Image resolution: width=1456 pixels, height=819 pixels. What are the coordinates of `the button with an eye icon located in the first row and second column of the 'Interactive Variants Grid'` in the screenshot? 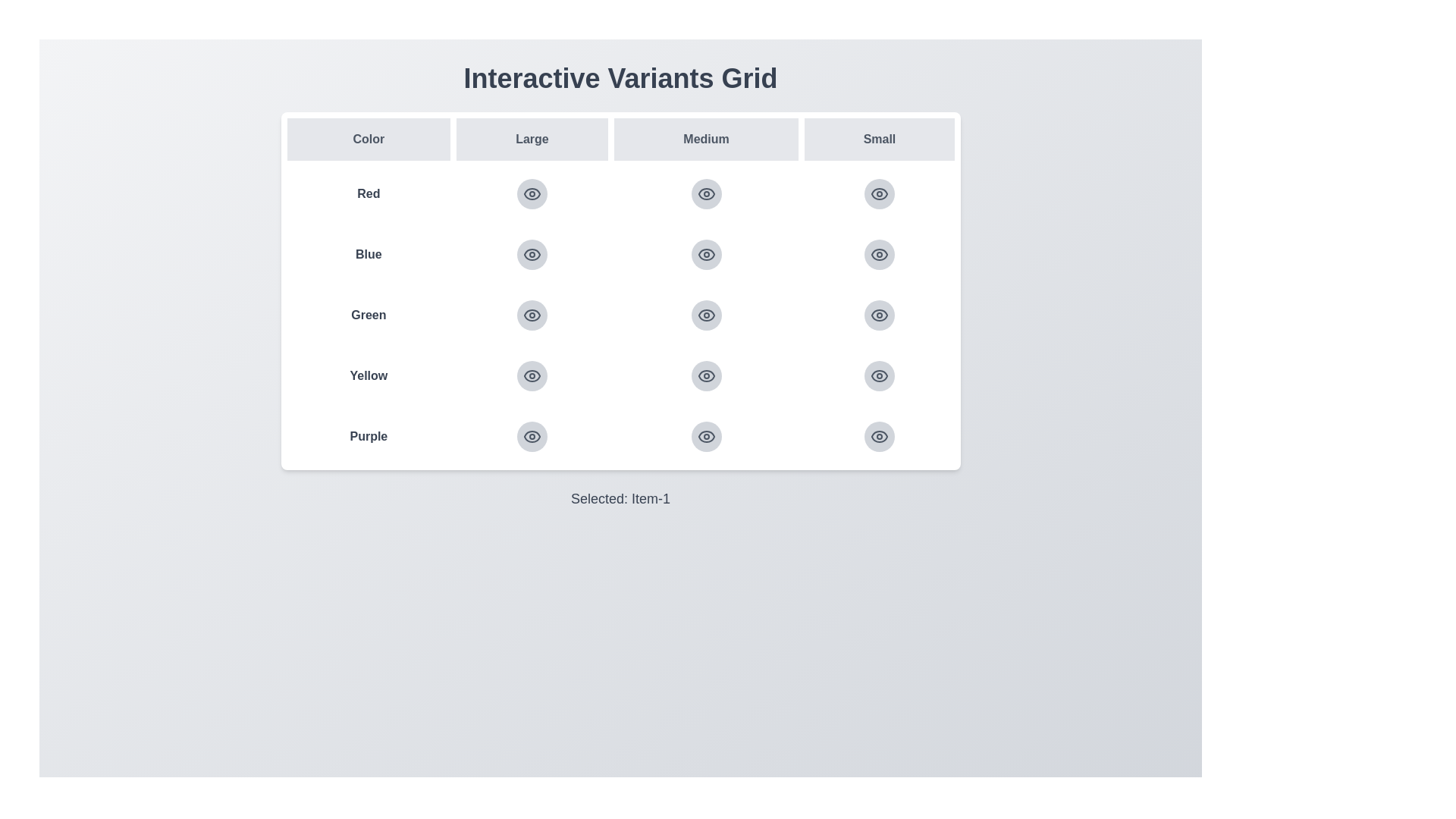 It's located at (532, 193).